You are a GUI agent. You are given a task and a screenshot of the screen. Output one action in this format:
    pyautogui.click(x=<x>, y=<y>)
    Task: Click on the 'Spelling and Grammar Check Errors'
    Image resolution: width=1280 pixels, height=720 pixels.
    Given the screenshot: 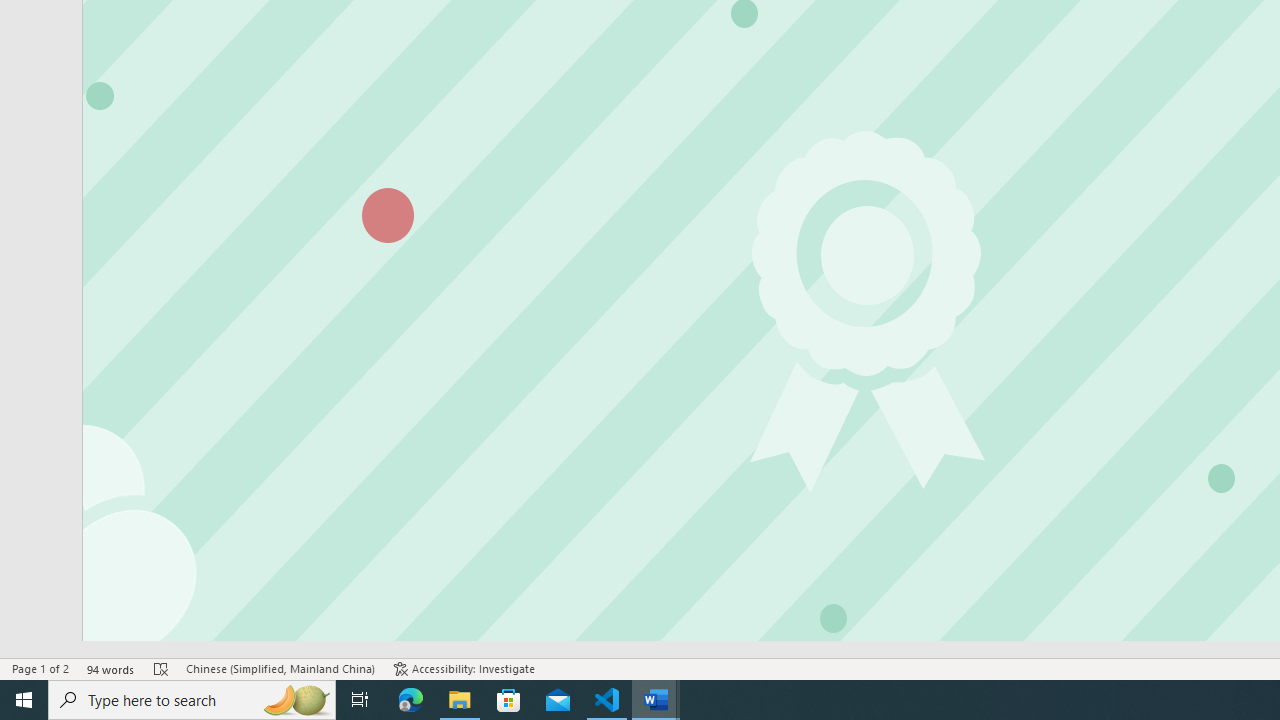 What is the action you would take?
    pyautogui.click(x=161, y=669)
    